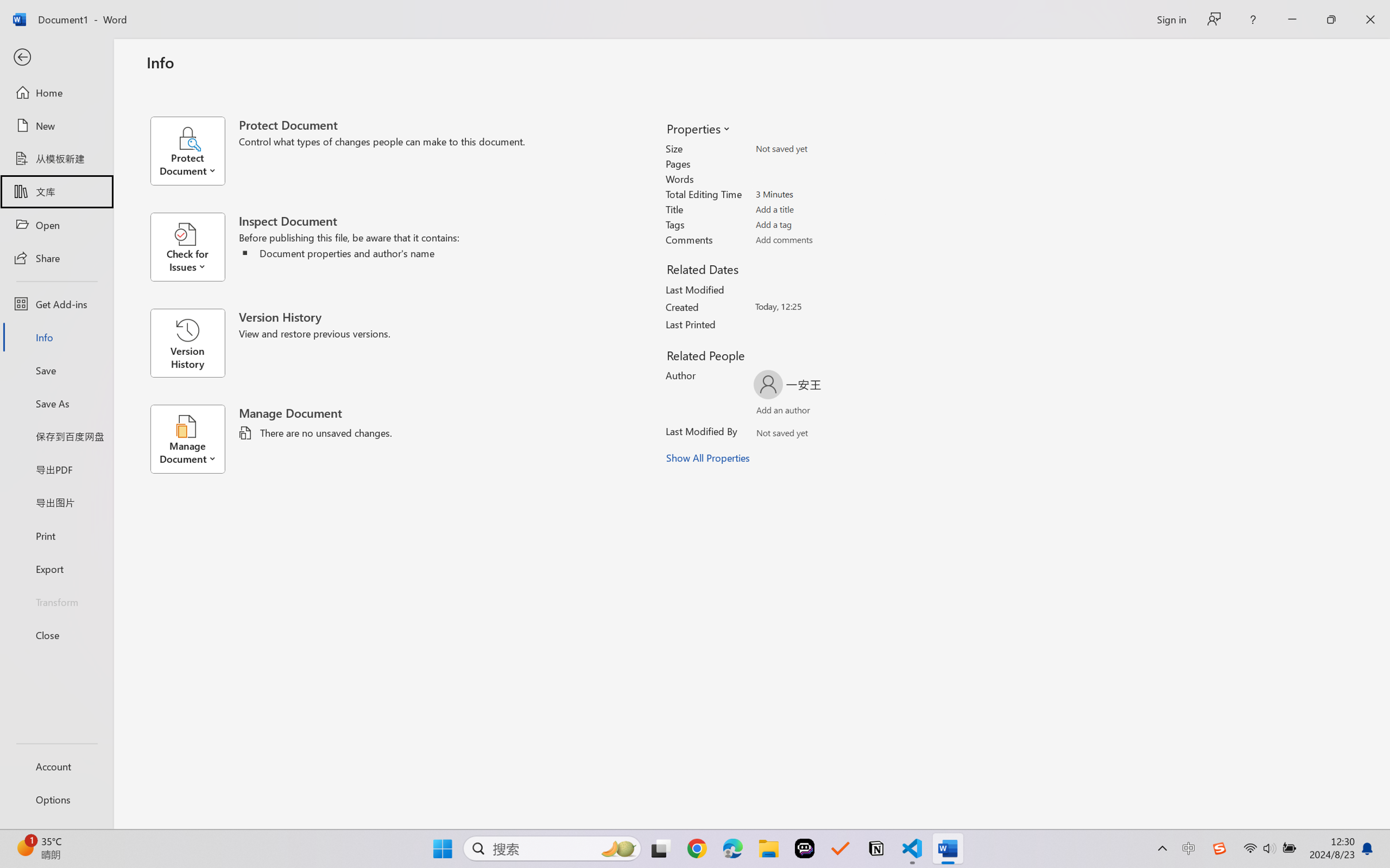 Image resolution: width=1390 pixels, height=868 pixels. What do you see at coordinates (194, 246) in the screenshot?
I see `'Check for Issues'` at bounding box center [194, 246].